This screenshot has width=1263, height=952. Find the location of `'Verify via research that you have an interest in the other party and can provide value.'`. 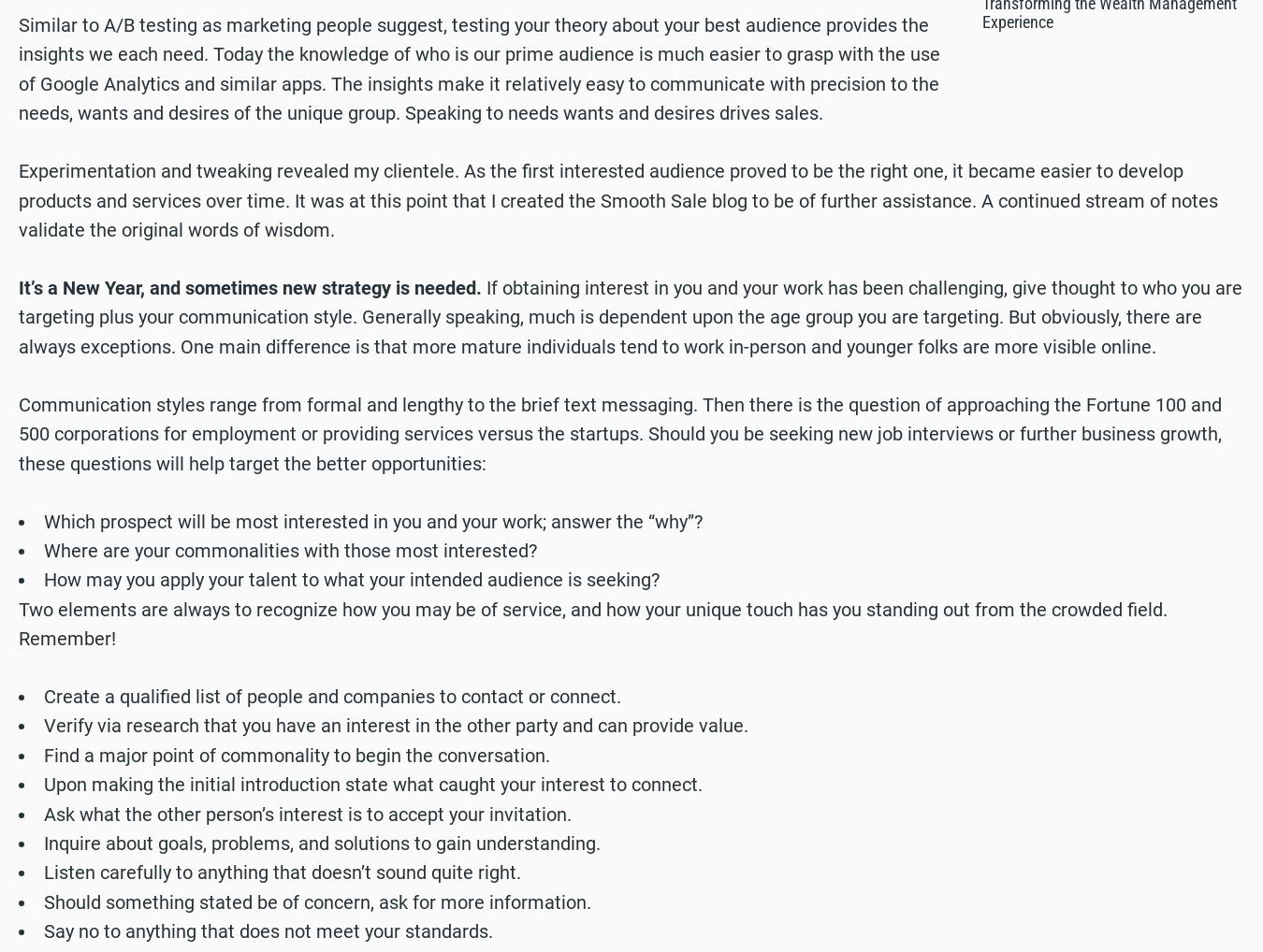

'Verify via research that you have an interest in the other party and can provide value.' is located at coordinates (395, 726).